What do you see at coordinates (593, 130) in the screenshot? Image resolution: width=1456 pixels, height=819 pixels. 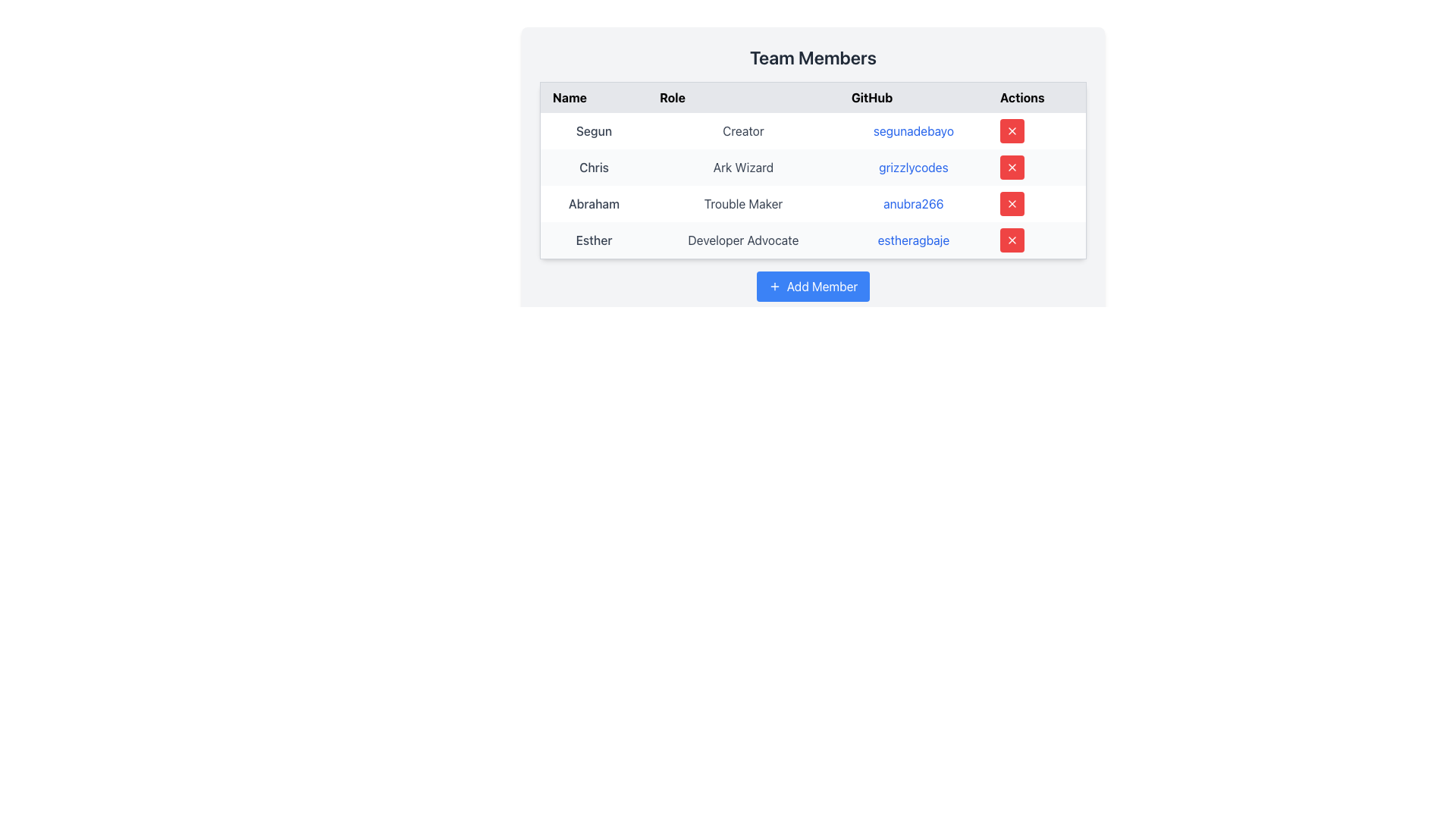 I see `the text label displaying the name 'Segun' located in the first cell of the first column of the table in the 'Team Members' section` at bounding box center [593, 130].